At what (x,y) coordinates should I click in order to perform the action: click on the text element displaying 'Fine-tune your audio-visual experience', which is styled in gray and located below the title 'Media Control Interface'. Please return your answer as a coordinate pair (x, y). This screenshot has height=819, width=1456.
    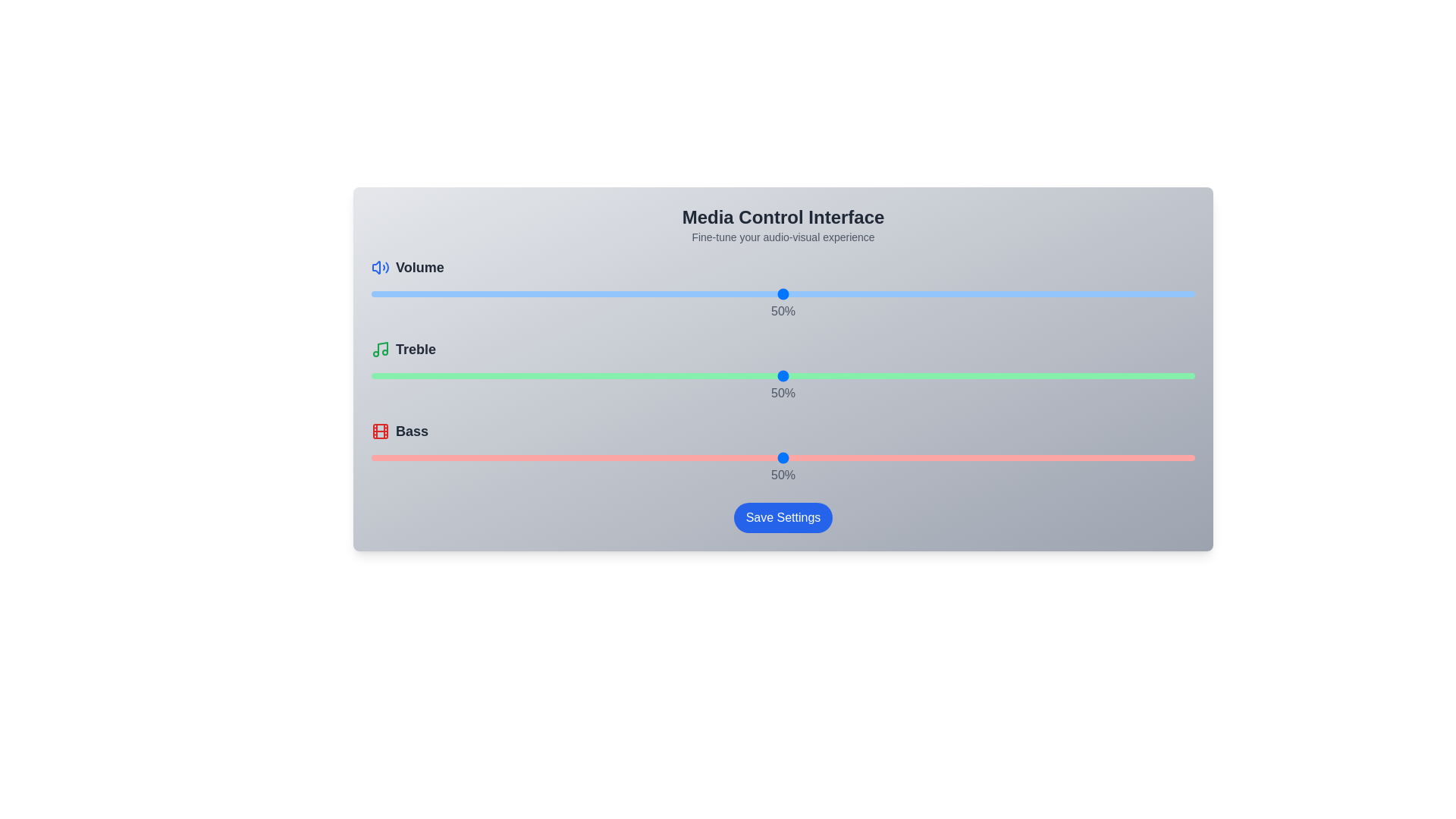
    Looking at the image, I should click on (783, 237).